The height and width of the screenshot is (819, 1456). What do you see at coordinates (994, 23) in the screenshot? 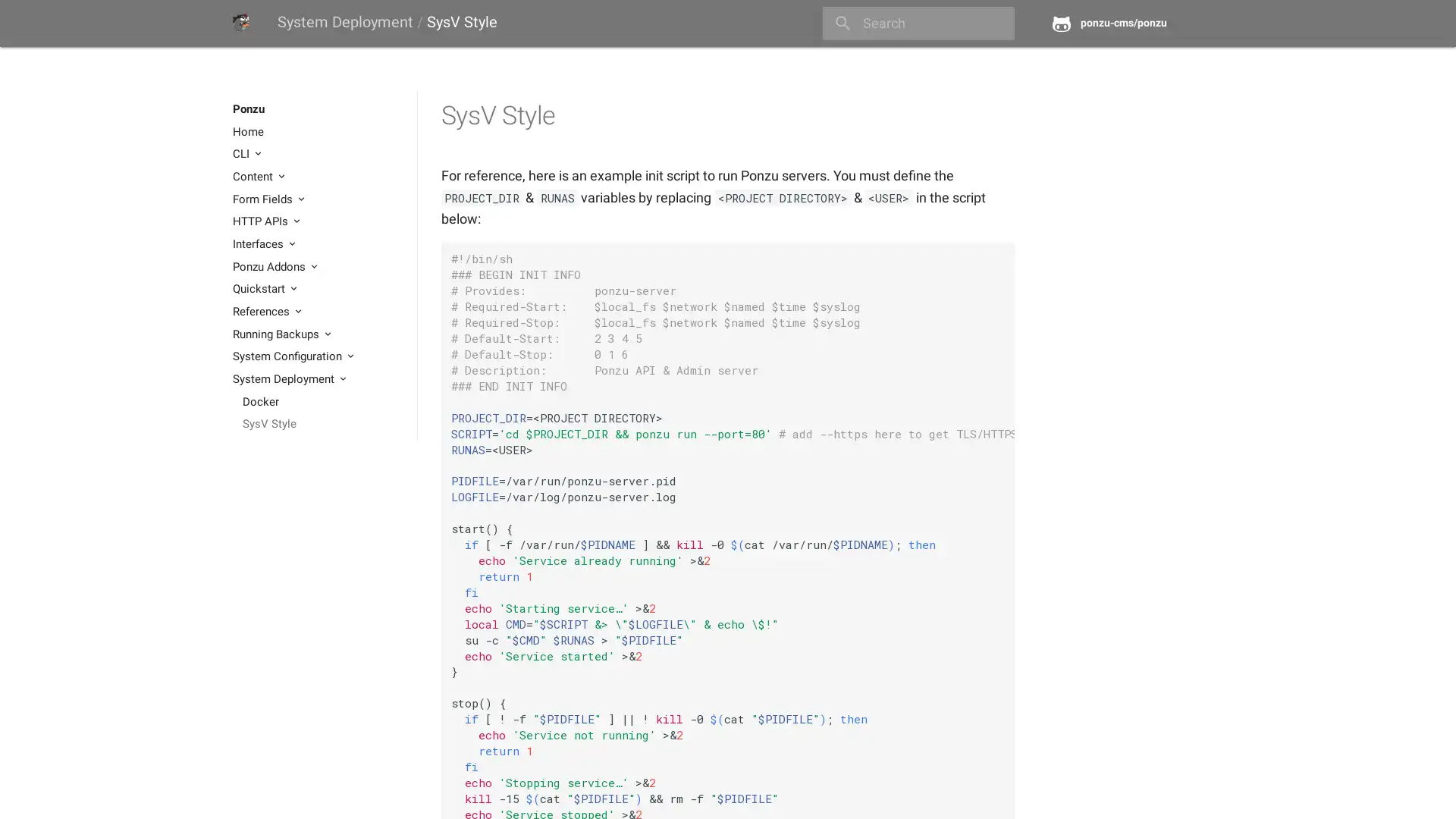
I see `close` at bounding box center [994, 23].